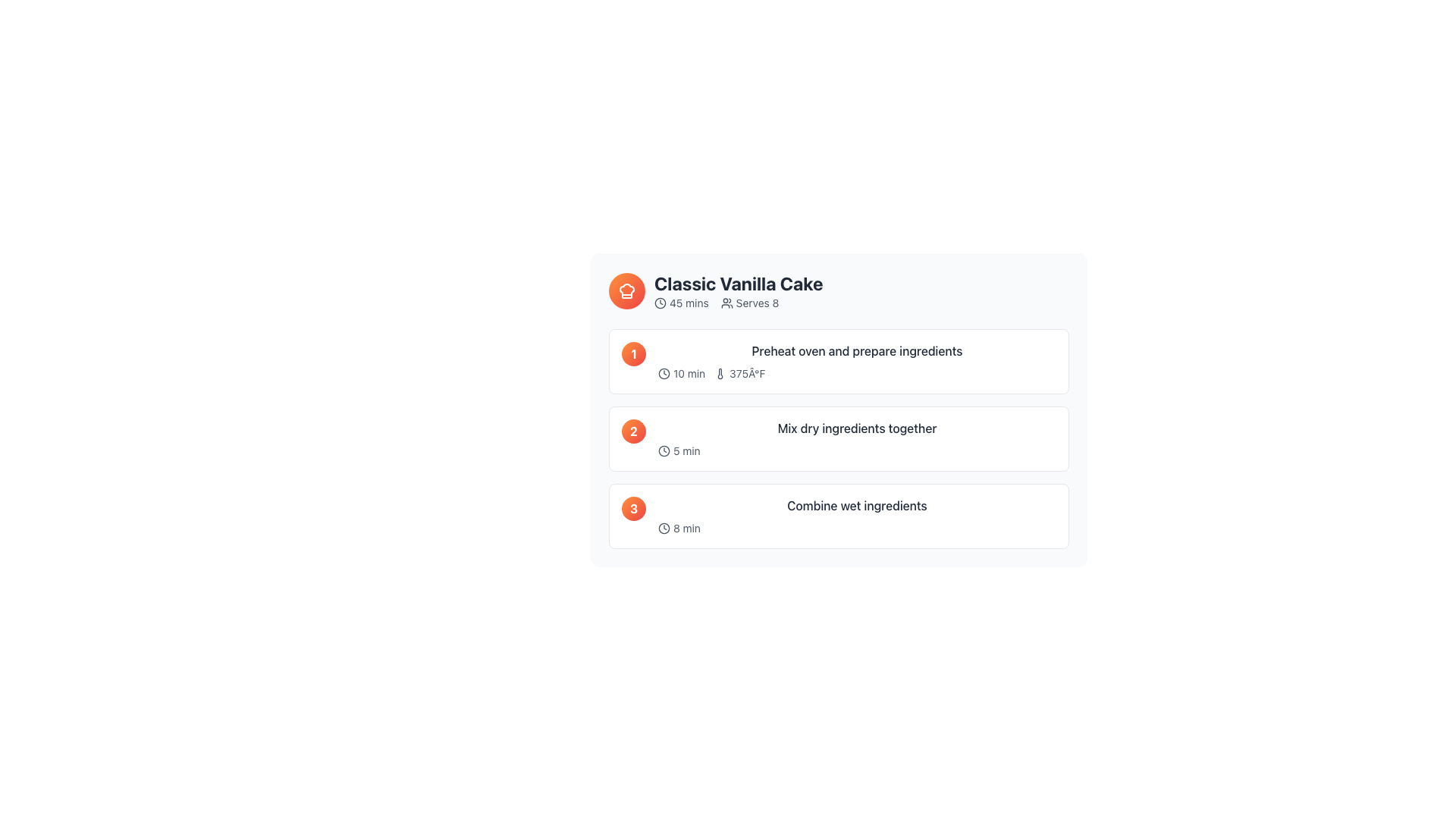 The width and height of the screenshot is (1456, 819). What do you see at coordinates (715, 291) in the screenshot?
I see `the Recipe Header Block, which displays the recipe name, preparation time, and serving size, located near the top-left corner of the display` at bounding box center [715, 291].